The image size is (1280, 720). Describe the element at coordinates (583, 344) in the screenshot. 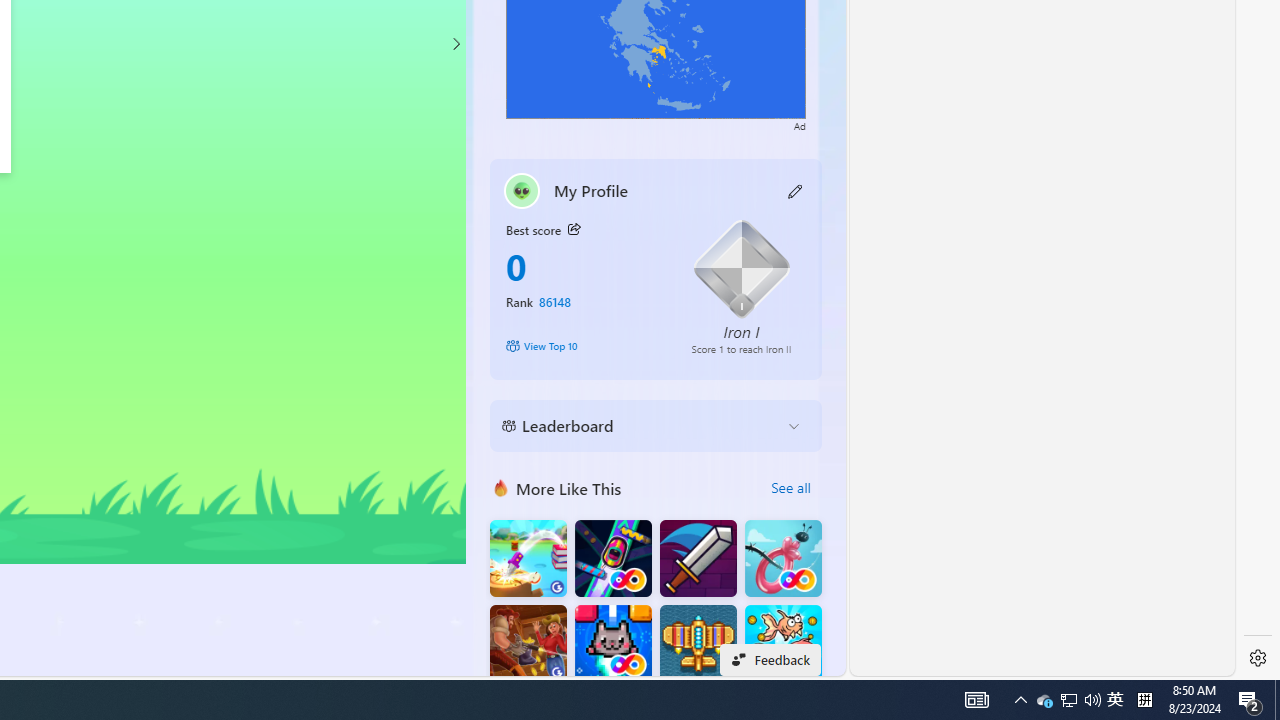

I see `'View Top 10'` at that location.